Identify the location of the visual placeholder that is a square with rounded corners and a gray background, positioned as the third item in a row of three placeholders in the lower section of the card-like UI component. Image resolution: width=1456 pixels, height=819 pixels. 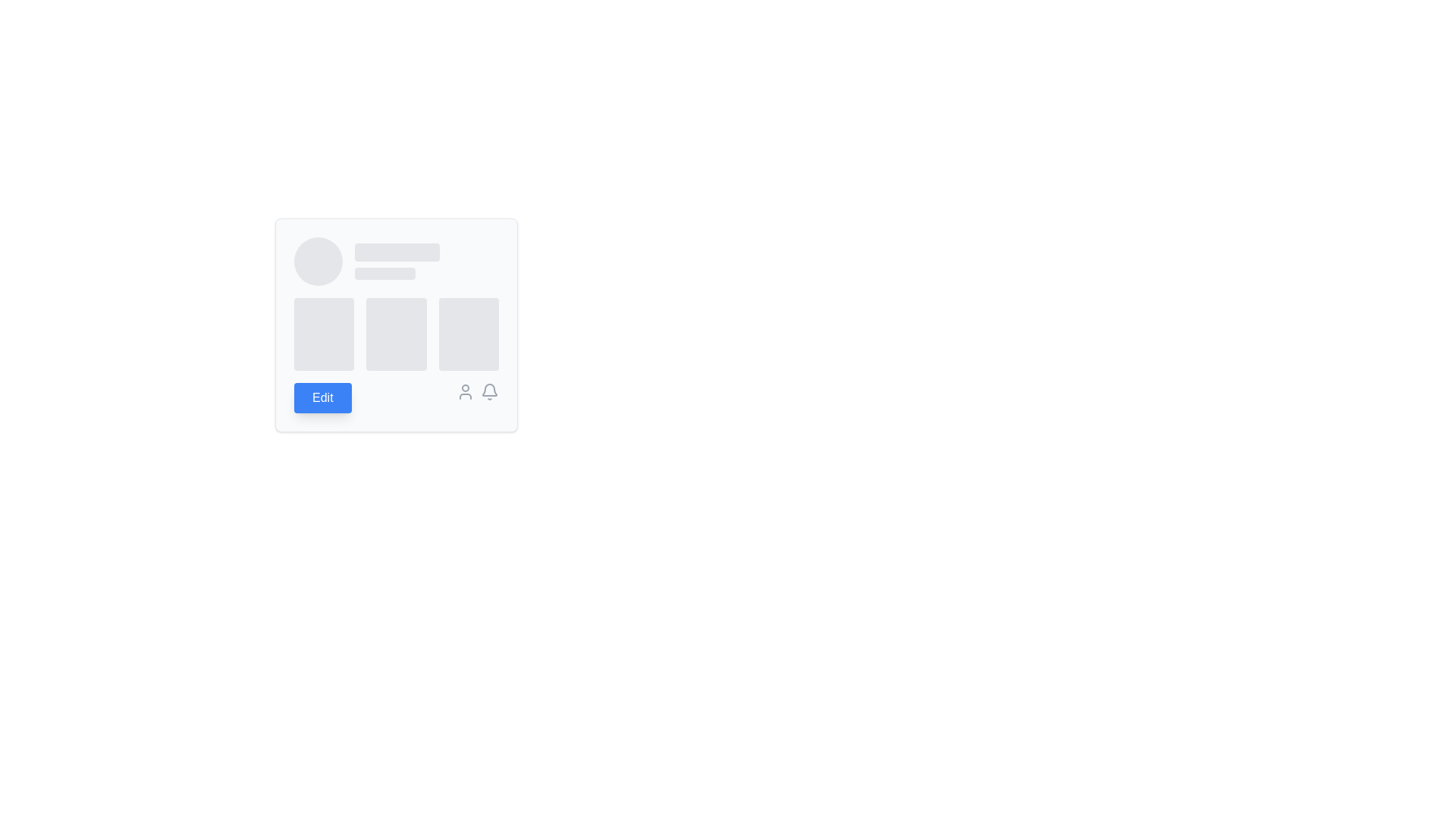
(468, 333).